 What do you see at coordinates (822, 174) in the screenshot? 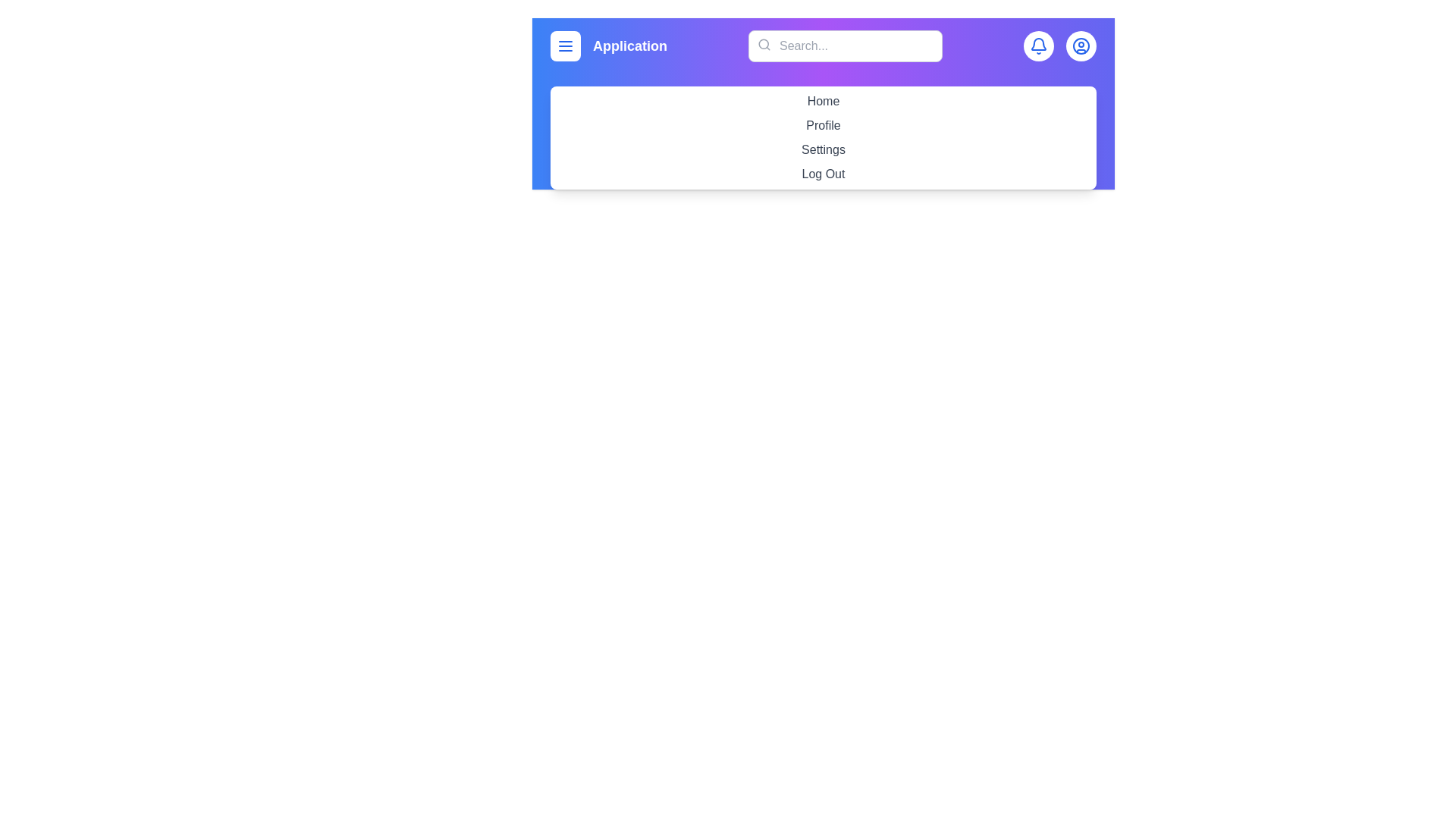
I see `the menu item labeled Log Out to navigate to its respective section` at bounding box center [822, 174].